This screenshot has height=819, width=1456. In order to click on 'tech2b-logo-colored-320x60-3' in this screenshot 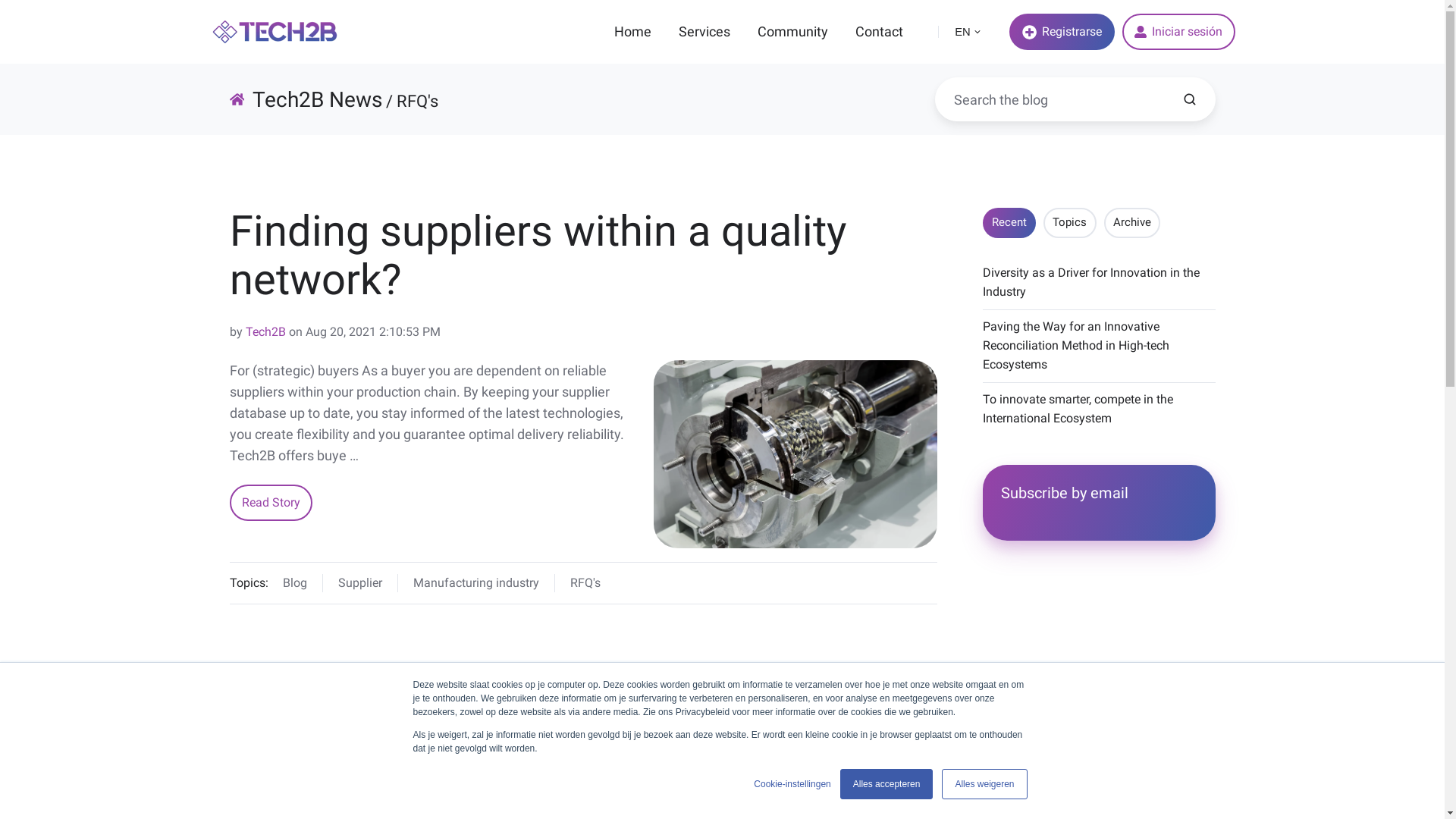, I will do `click(274, 32)`.